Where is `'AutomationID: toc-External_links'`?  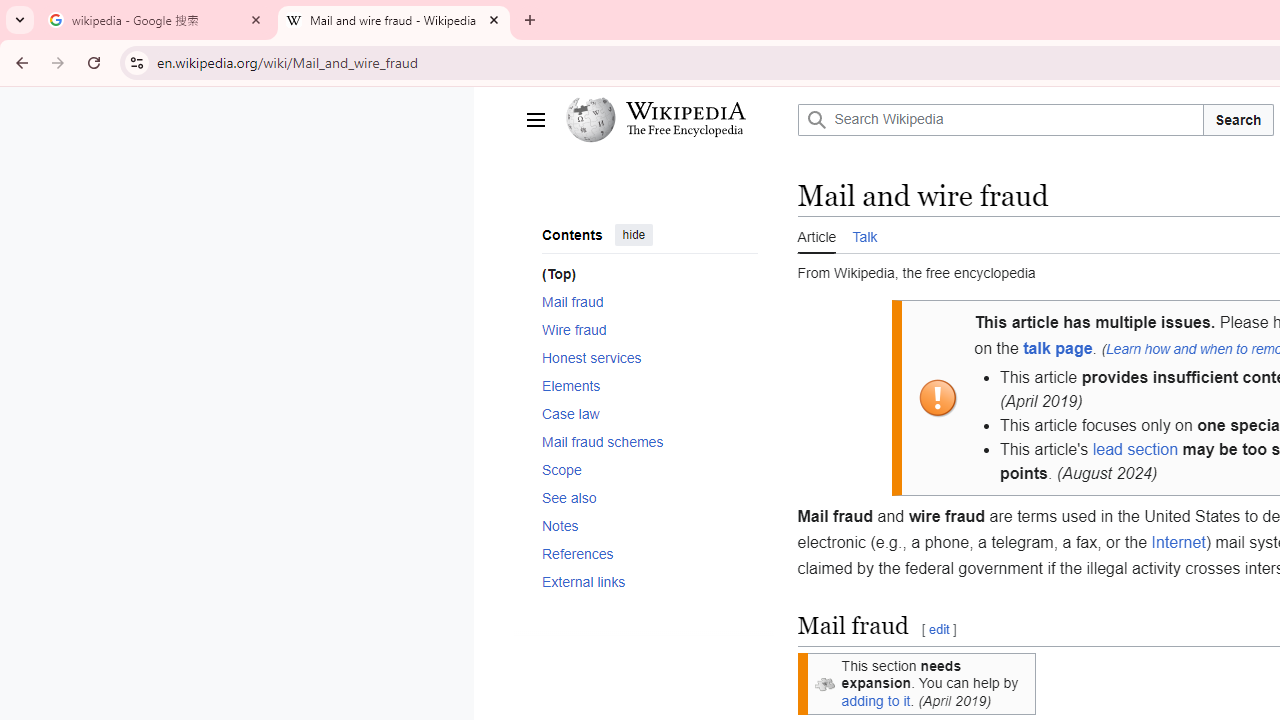
'AutomationID: toc-External_links' is located at coordinates (643, 581).